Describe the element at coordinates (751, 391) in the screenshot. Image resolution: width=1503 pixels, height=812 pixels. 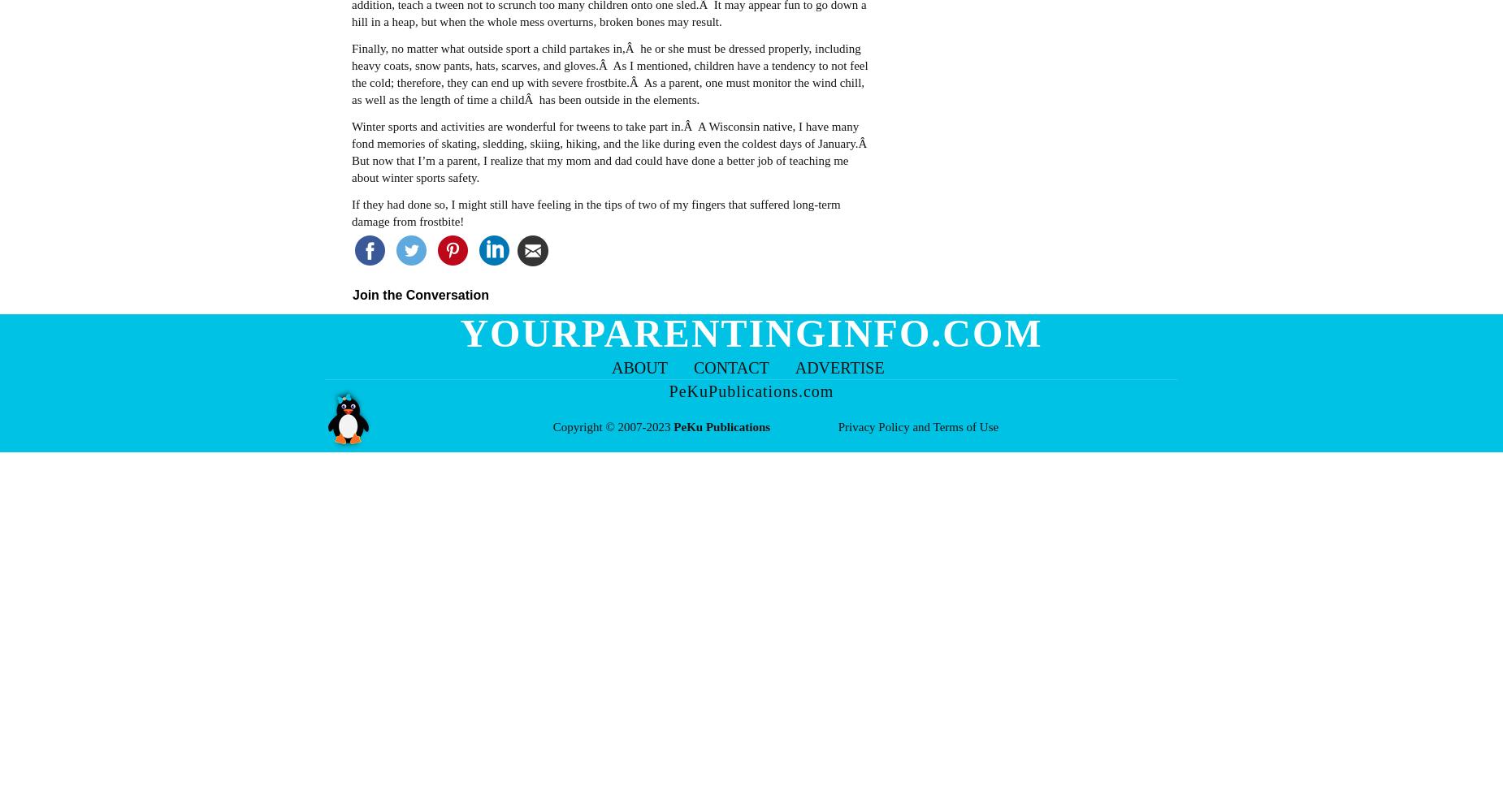
I see `'PeKuPublications.com'` at that location.